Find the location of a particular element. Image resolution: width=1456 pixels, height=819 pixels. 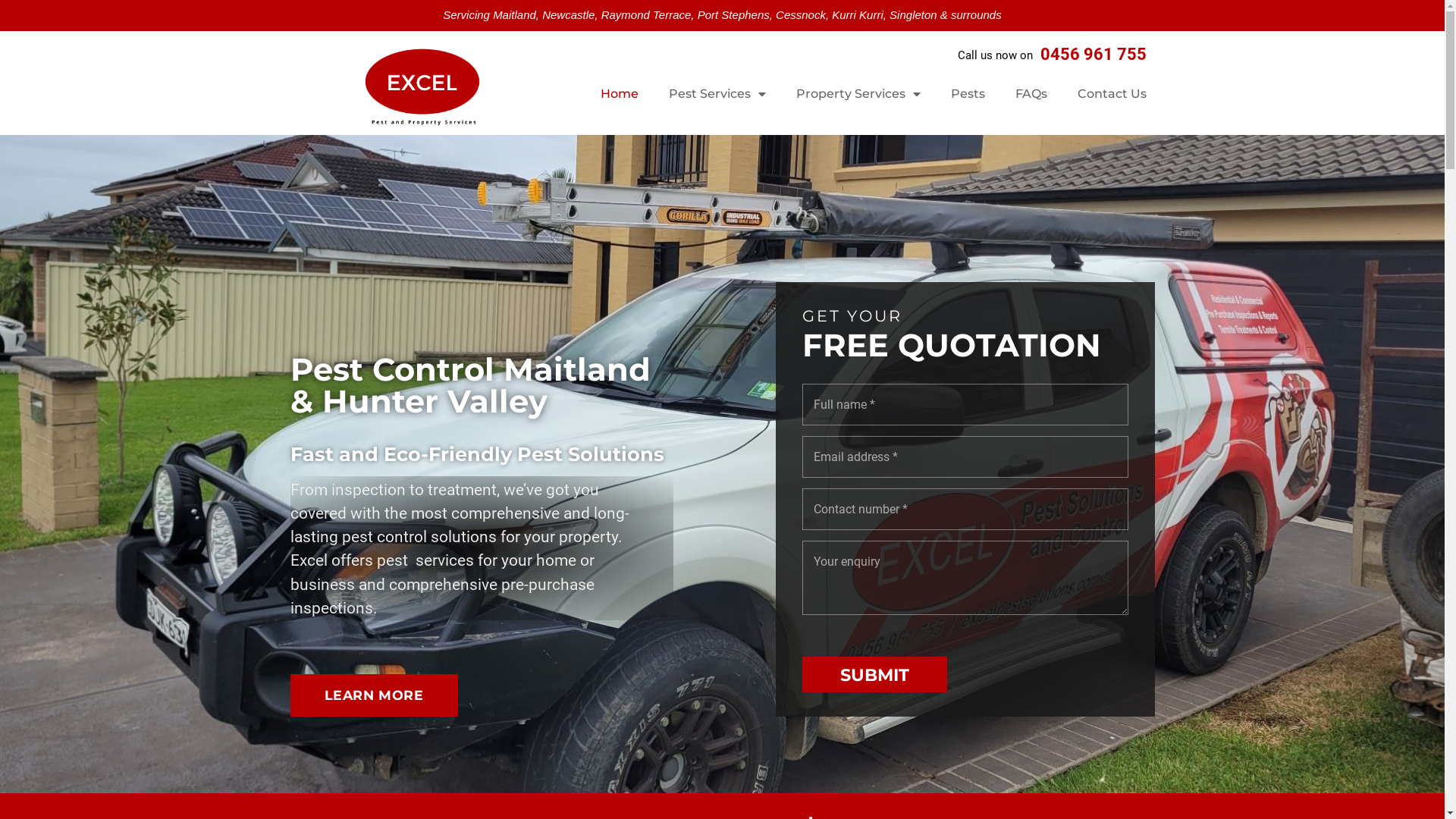

'Pests' is located at coordinates (949, 93).